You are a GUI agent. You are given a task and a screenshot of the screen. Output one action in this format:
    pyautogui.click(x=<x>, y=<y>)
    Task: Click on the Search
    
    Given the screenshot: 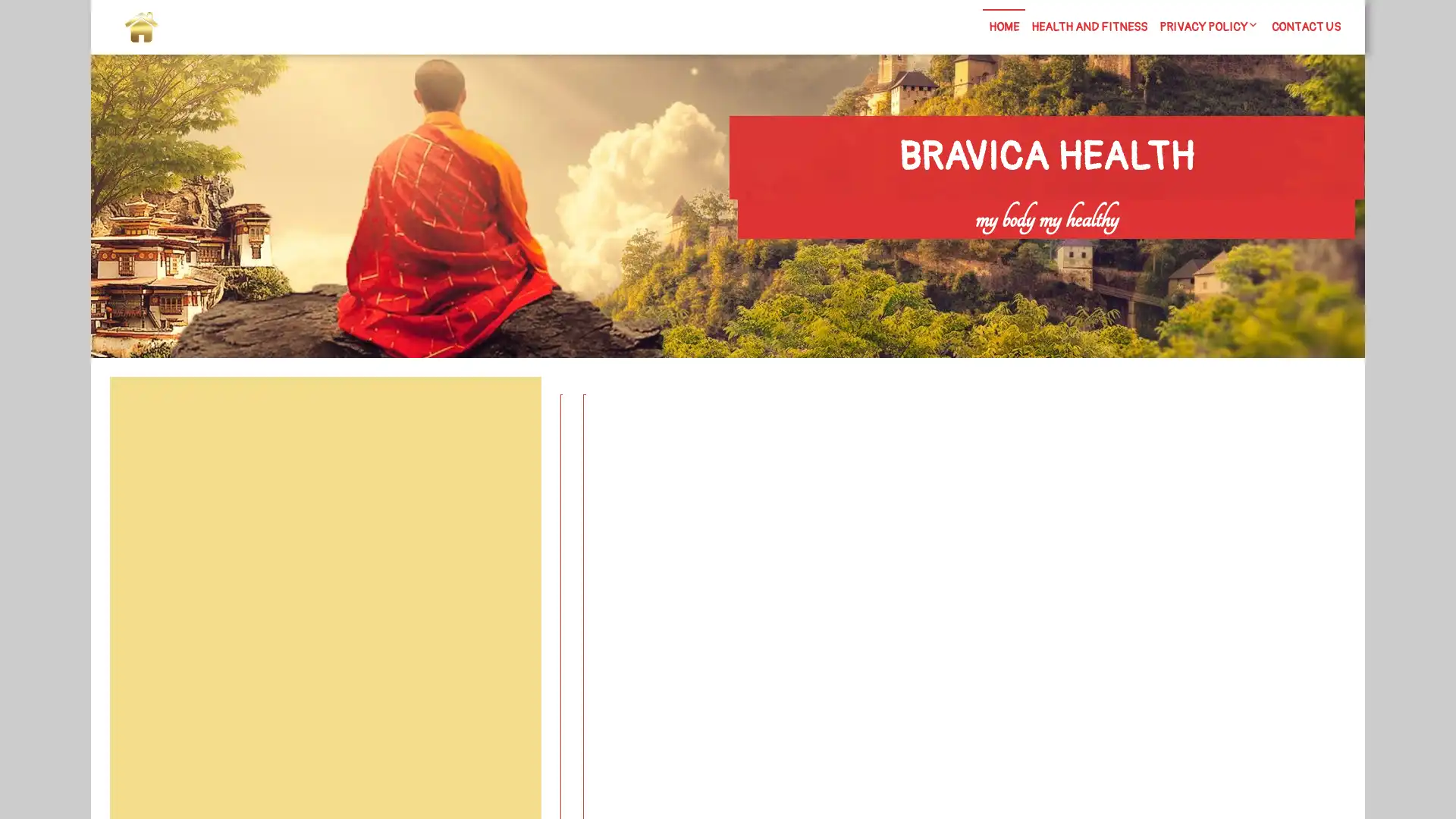 What is the action you would take?
    pyautogui.click(x=506, y=413)
    